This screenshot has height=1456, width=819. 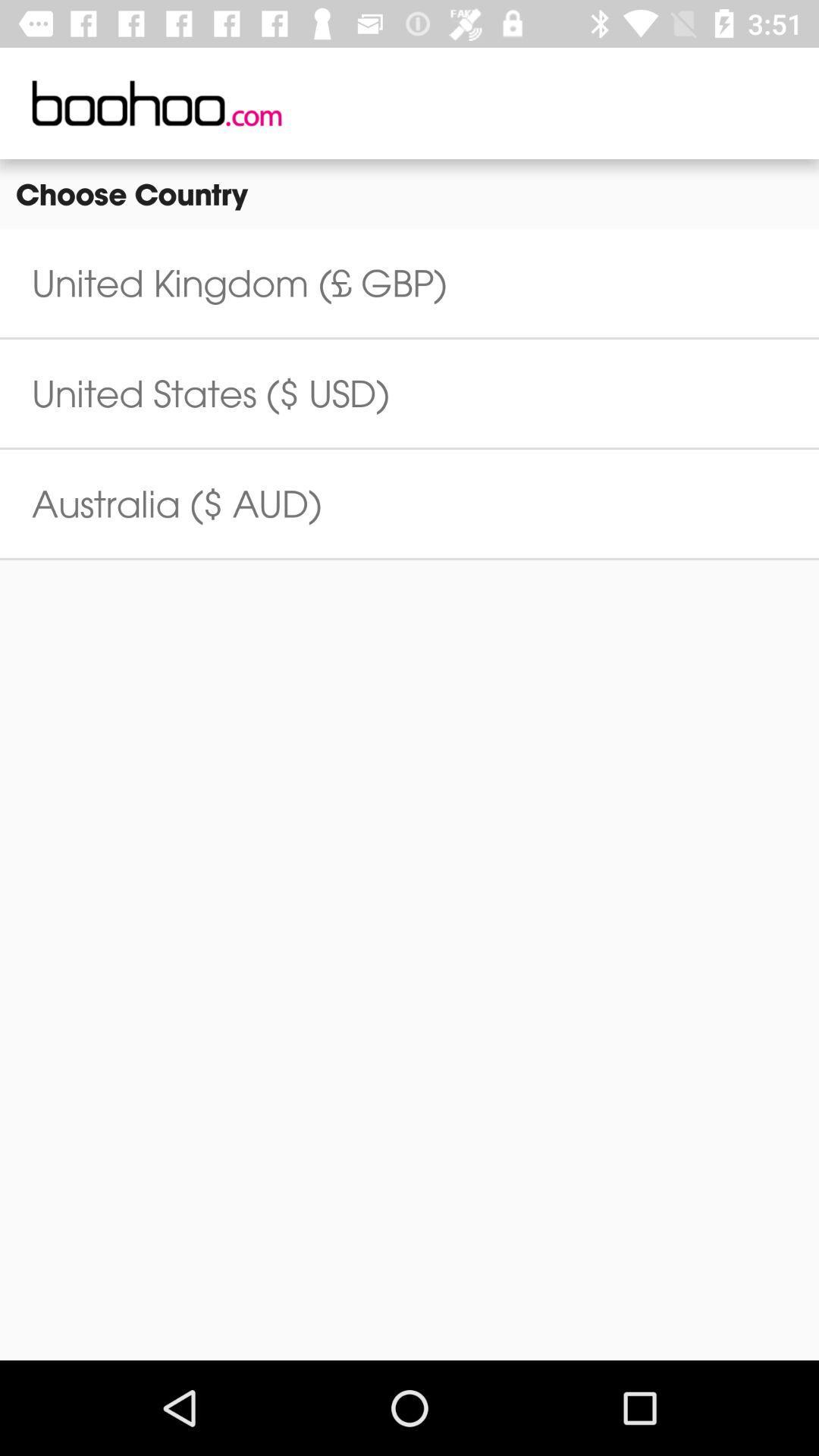 I want to click on the australia ($ aud), so click(x=176, y=504).